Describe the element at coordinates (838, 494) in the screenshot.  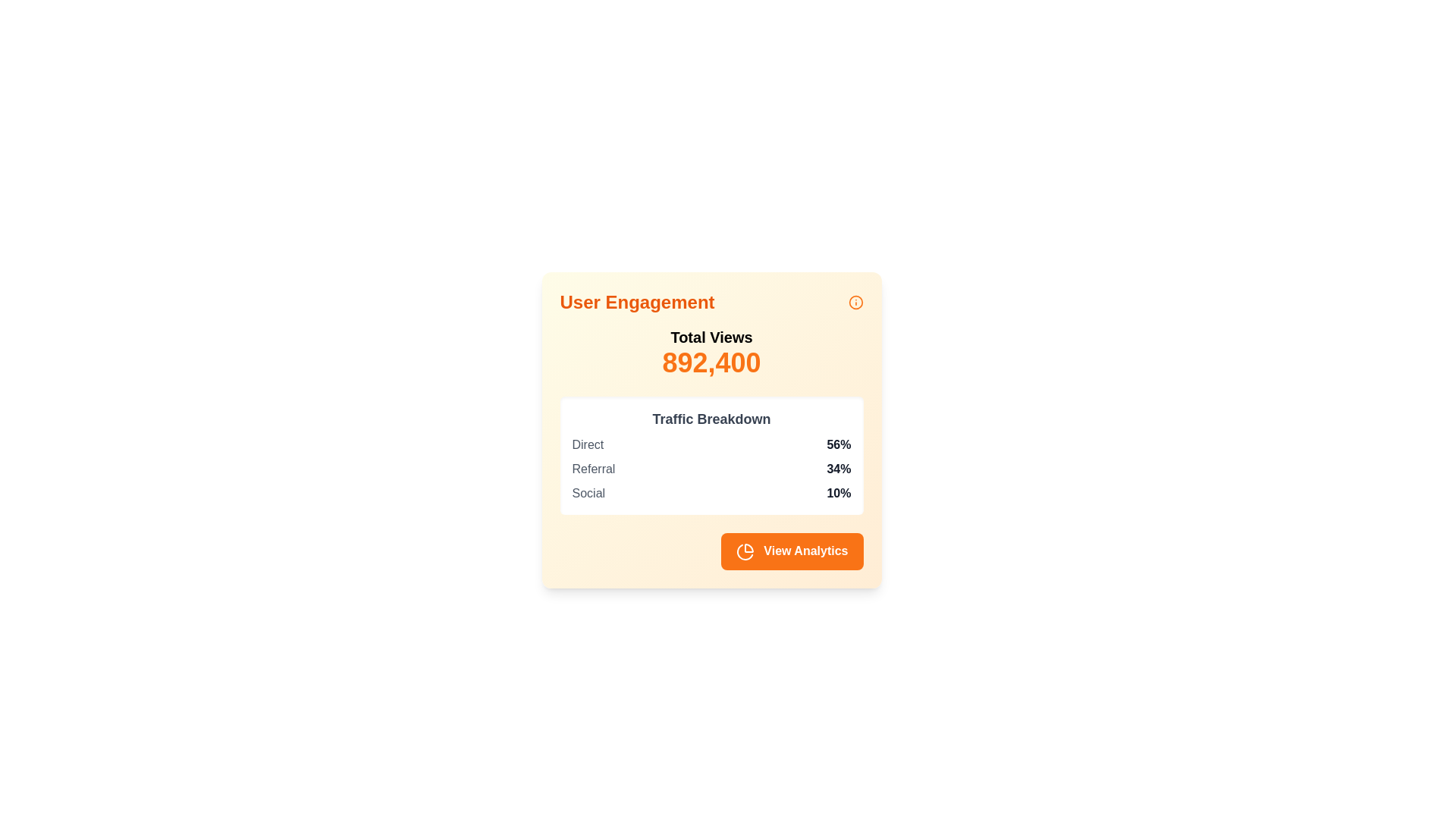
I see `the static text displaying '10%' which is bold, black-colored, and located to the immediate right of the label 'Social' in the 'Traffic Breakdown' section` at that location.